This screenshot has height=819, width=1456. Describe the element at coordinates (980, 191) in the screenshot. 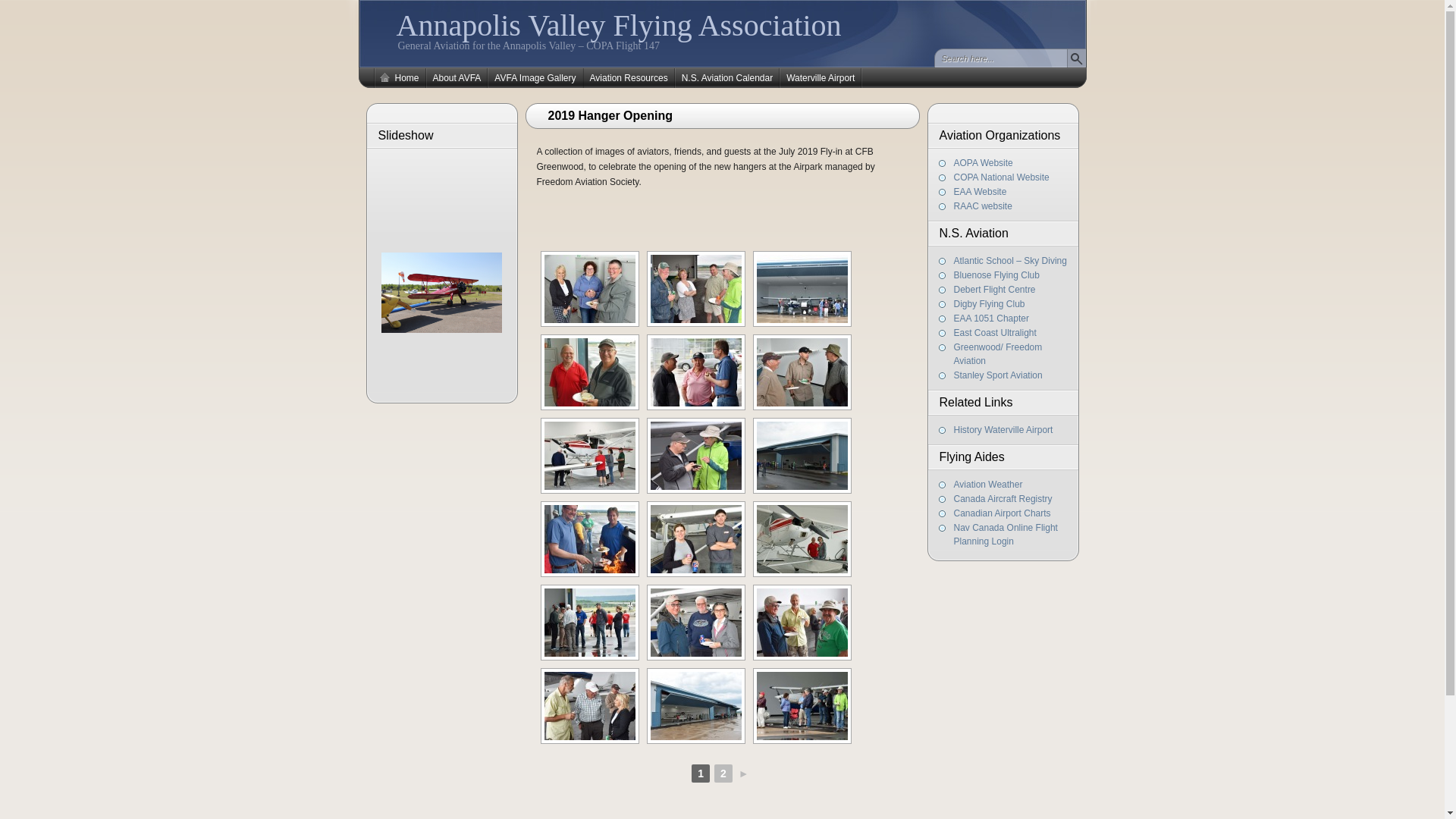

I see `'EAA Website'` at that location.